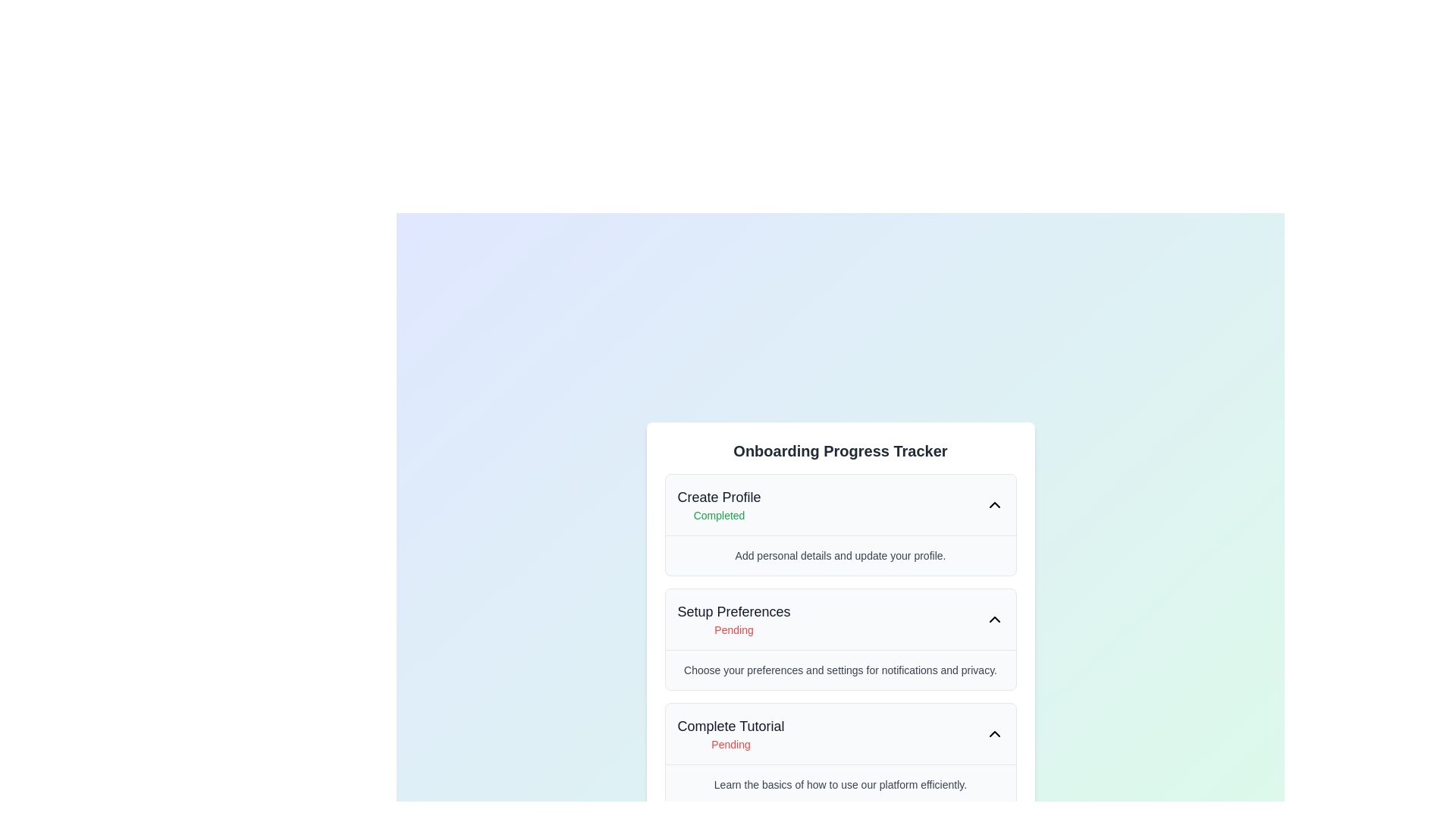 This screenshot has height=819, width=1456. Describe the element at coordinates (839, 733) in the screenshot. I see `the 'Complete Tutorial' task card, which has 'Pending' in red below the title` at that location.